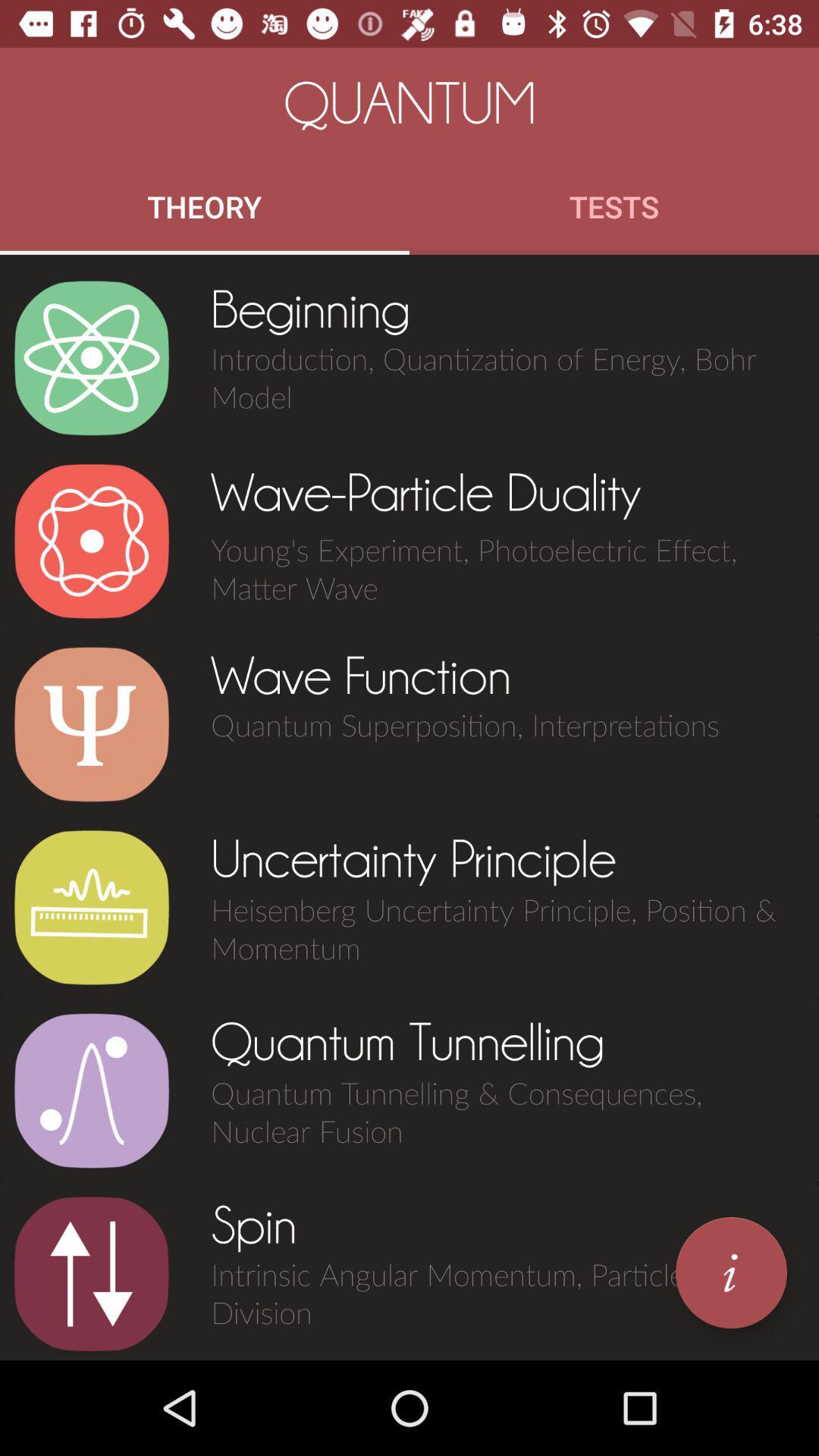 This screenshot has width=819, height=1456. Describe the element at coordinates (91, 1274) in the screenshot. I see `choose upward and downward` at that location.